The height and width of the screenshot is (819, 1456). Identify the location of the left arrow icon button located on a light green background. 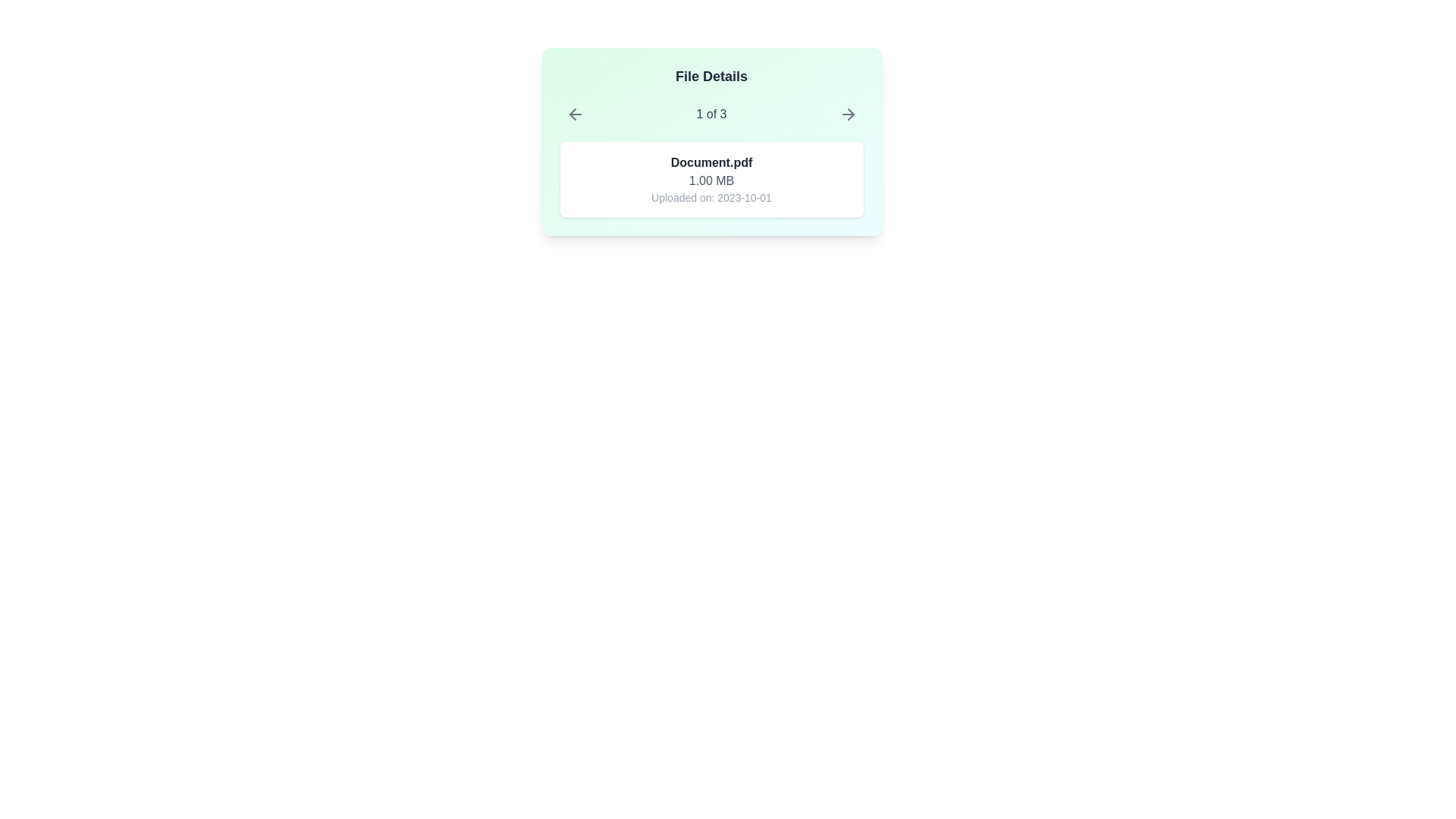
(574, 113).